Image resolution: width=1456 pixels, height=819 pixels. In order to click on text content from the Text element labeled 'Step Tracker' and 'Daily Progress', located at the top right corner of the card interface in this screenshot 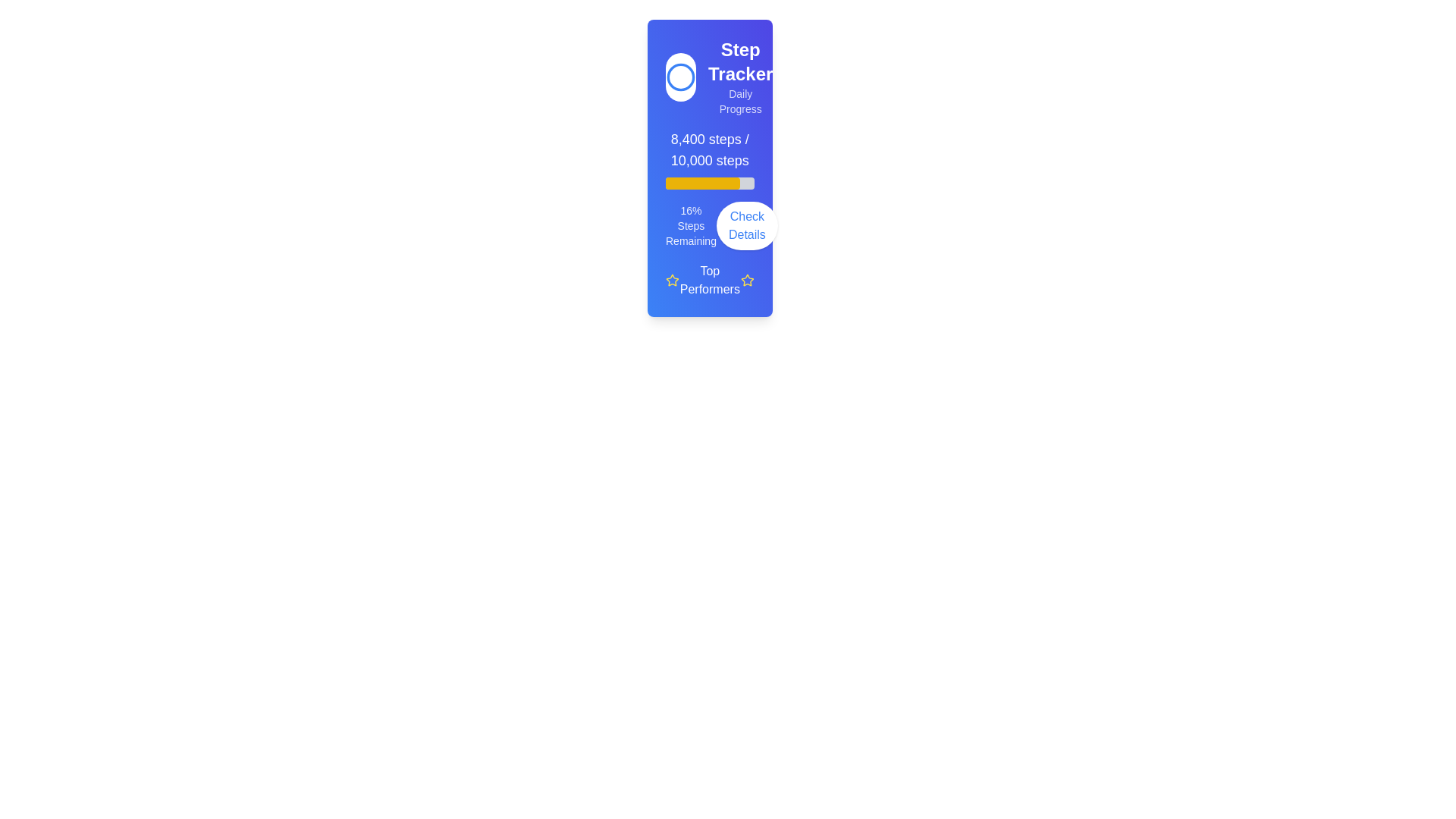, I will do `click(740, 77)`.